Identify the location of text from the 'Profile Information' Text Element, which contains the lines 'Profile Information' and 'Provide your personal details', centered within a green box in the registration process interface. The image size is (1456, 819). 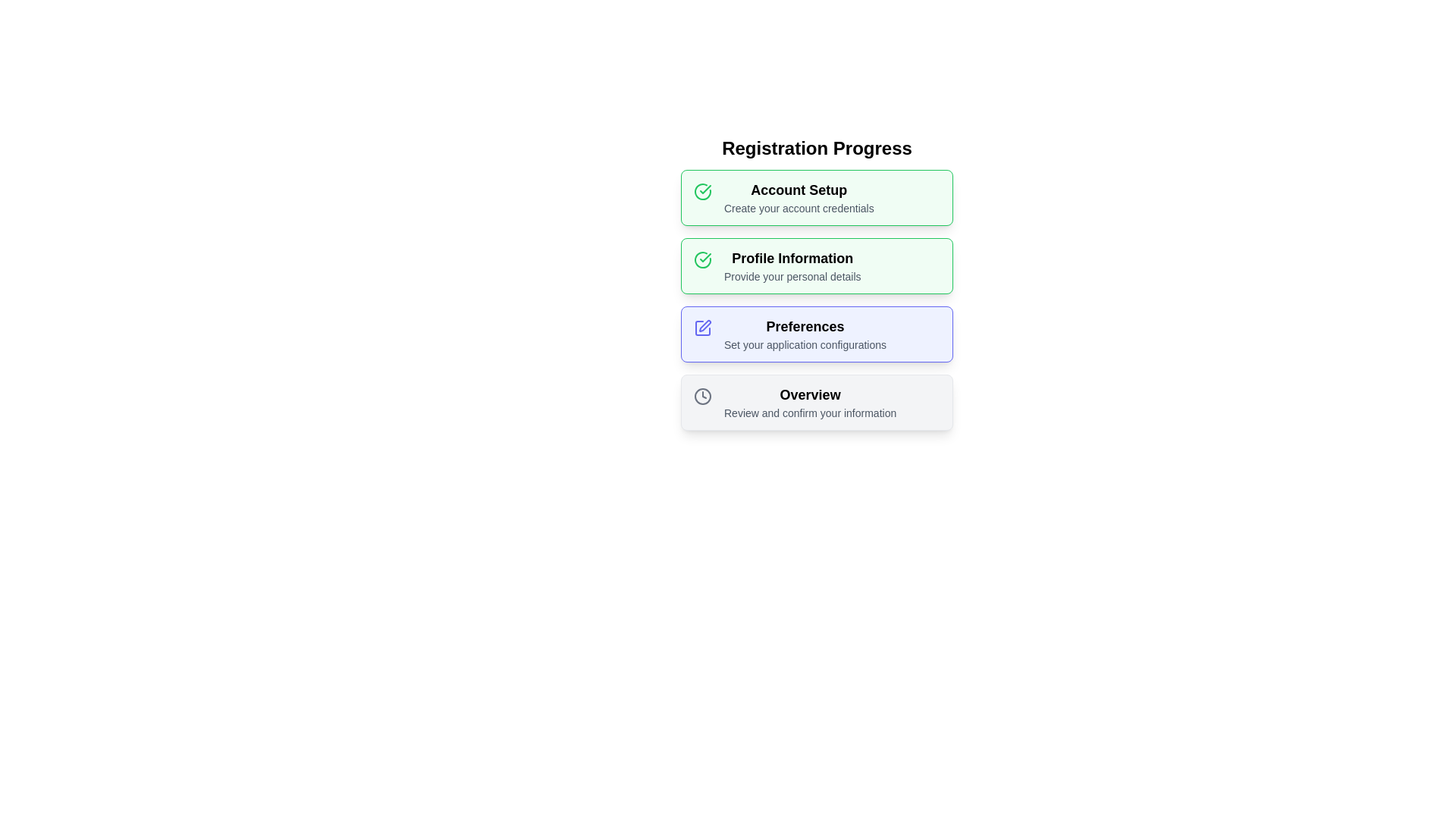
(792, 265).